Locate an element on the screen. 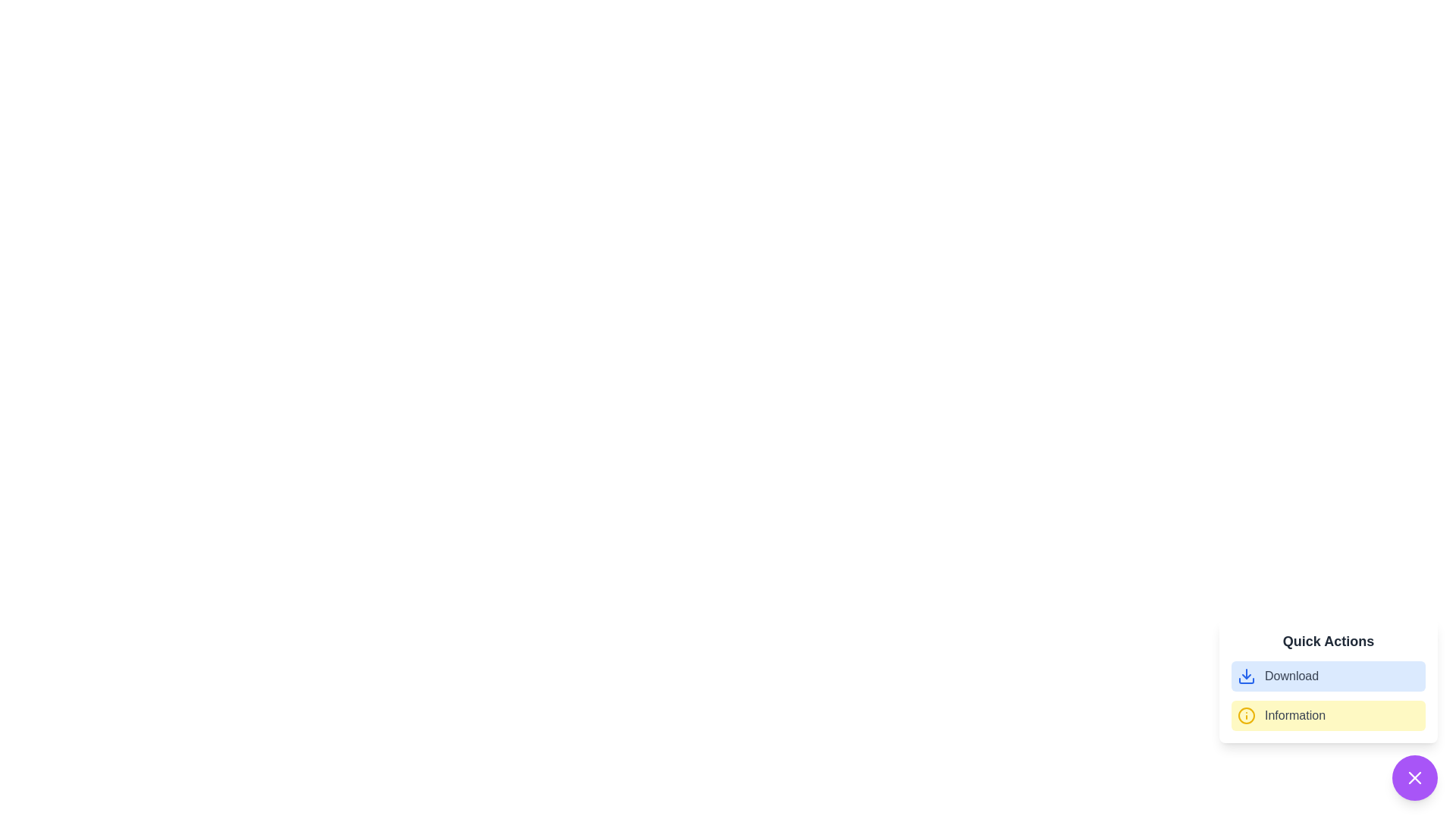 This screenshot has width=1456, height=819. the text label that complements the adjacent download icon, which is the second item in the group under the 'Quick Actions' heading is located at coordinates (1291, 675).